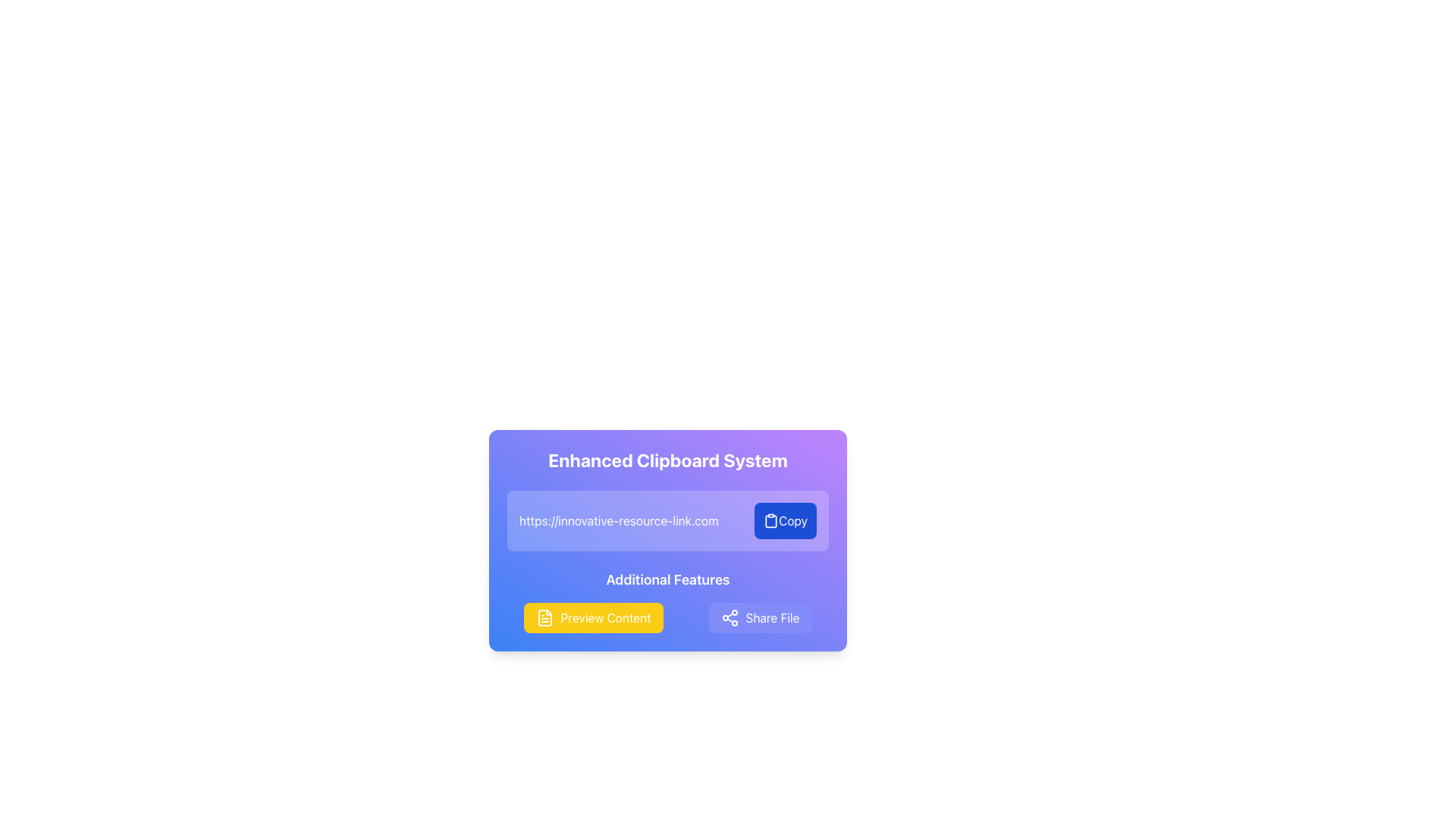  Describe the element at coordinates (771, 519) in the screenshot. I see `the clipboard icon within the blue 'Copy' button, which is located to the right of the displayed hyperlink` at that location.